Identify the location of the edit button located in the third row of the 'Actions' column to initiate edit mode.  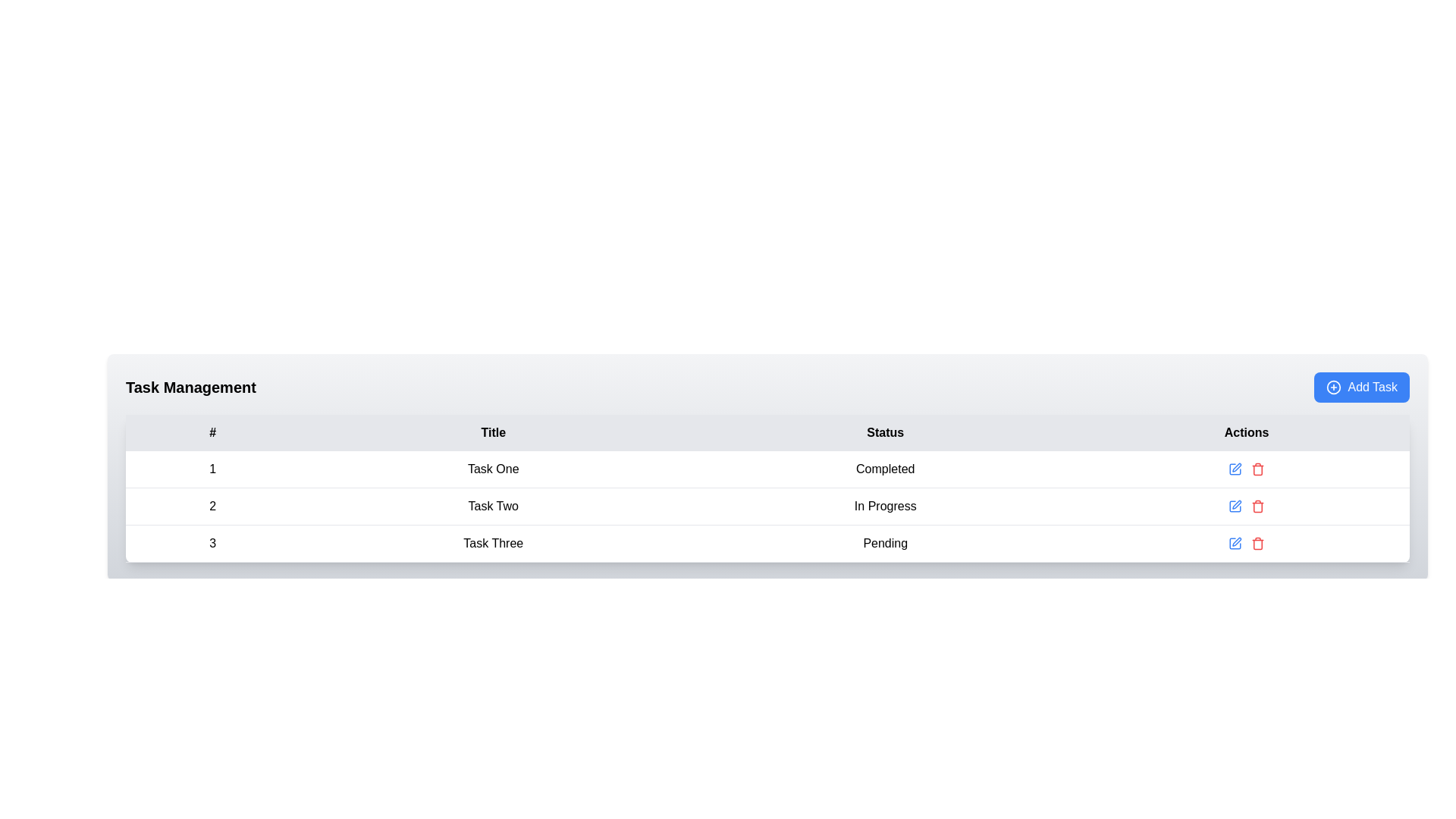
(1235, 506).